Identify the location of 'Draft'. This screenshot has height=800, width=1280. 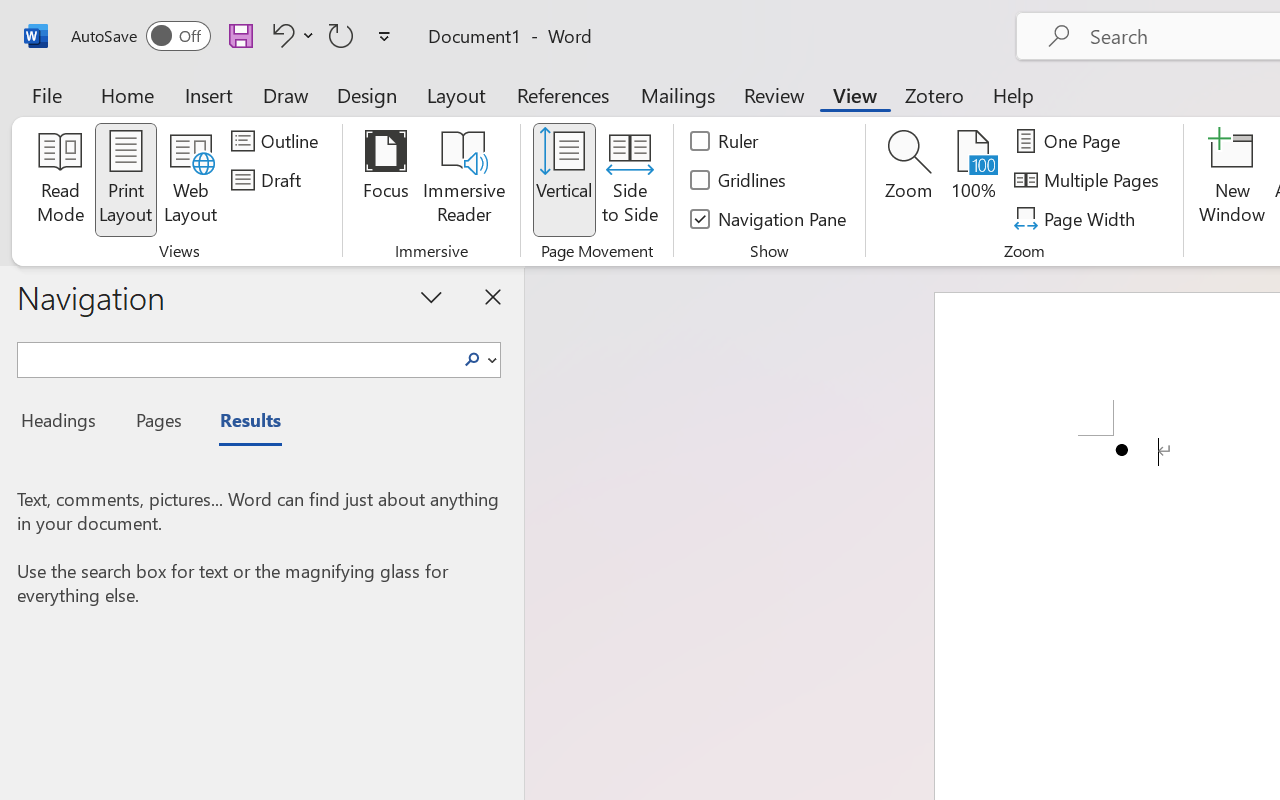
(268, 179).